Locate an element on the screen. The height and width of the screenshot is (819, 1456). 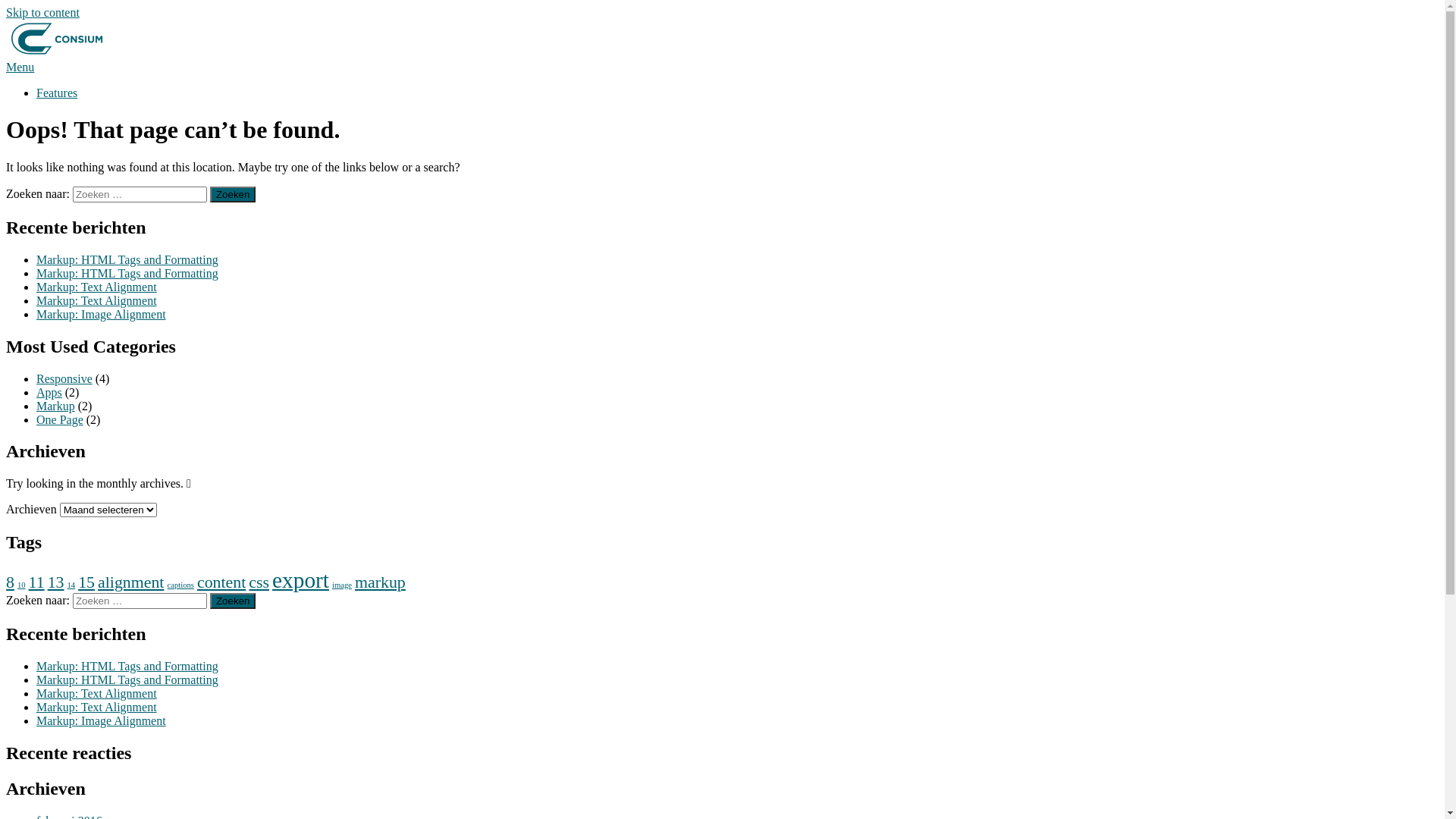
'Markup: Text Alignment' is located at coordinates (96, 300).